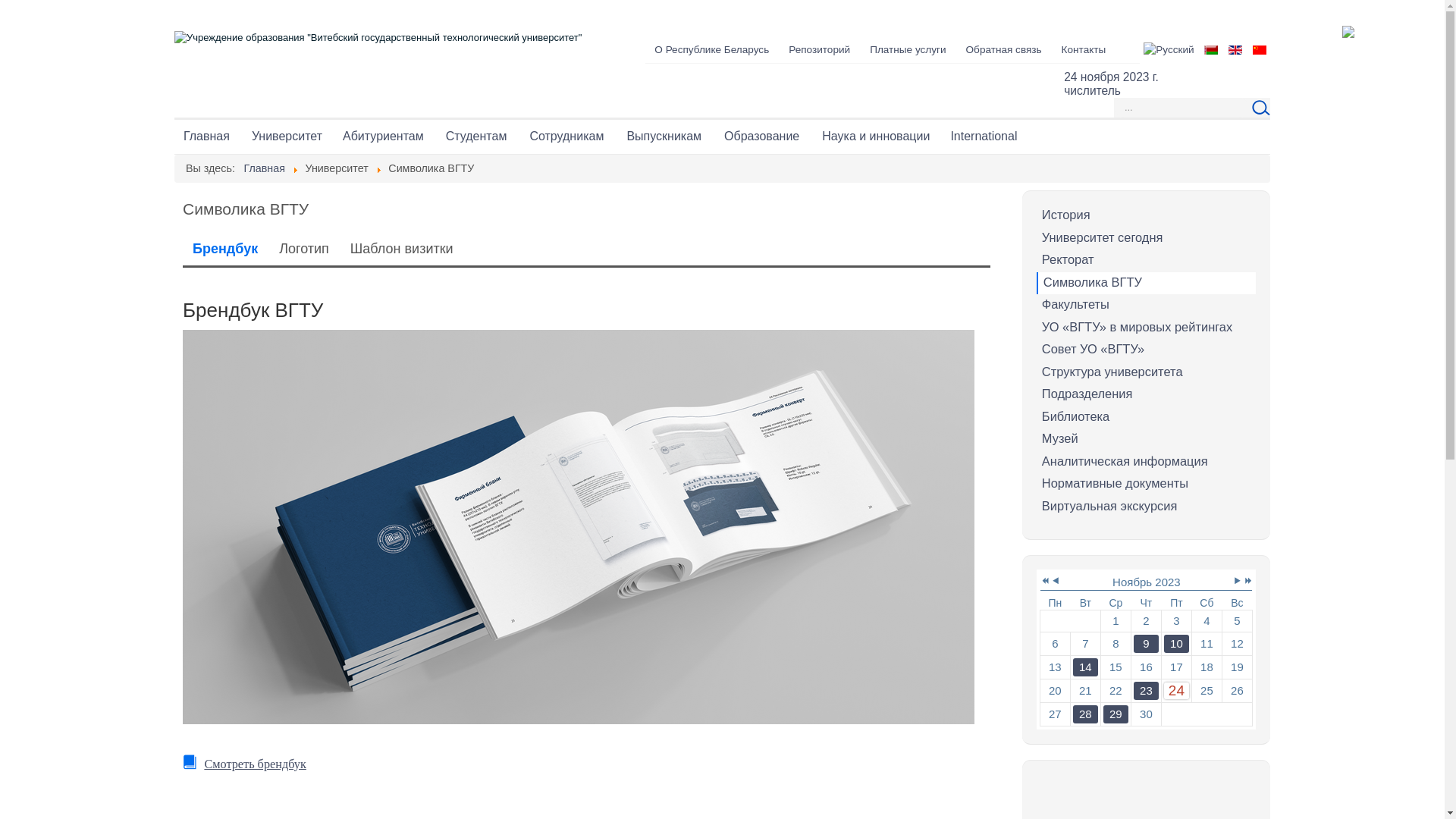 The height and width of the screenshot is (819, 1456). Describe the element at coordinates (1103, 714) in the screenshot. I see `'29'` at that location.